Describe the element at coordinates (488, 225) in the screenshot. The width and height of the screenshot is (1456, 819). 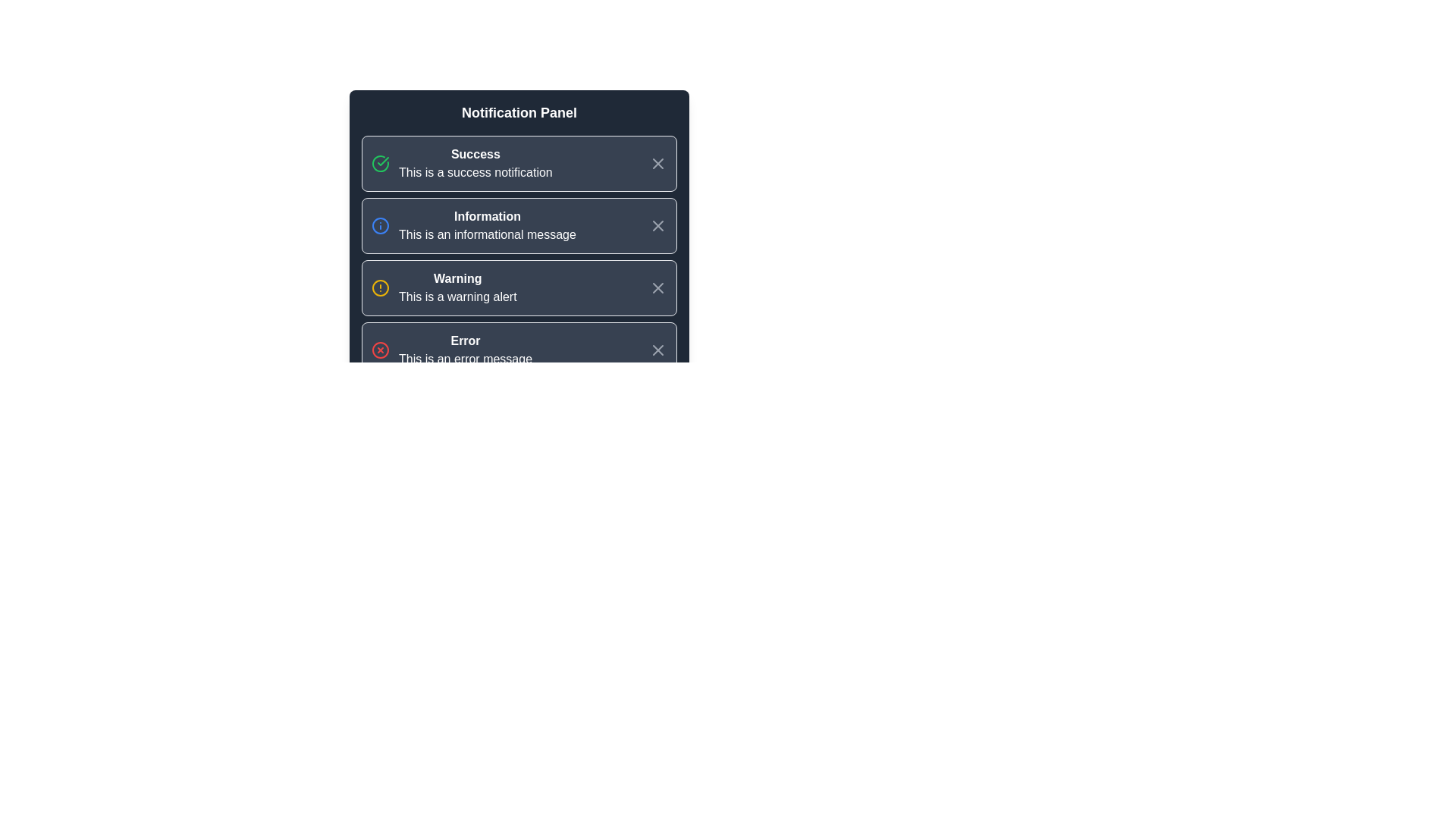
I see `the notification displaying 'Information' with the message 'This is an informational message' in the Notification Panel` at that location.